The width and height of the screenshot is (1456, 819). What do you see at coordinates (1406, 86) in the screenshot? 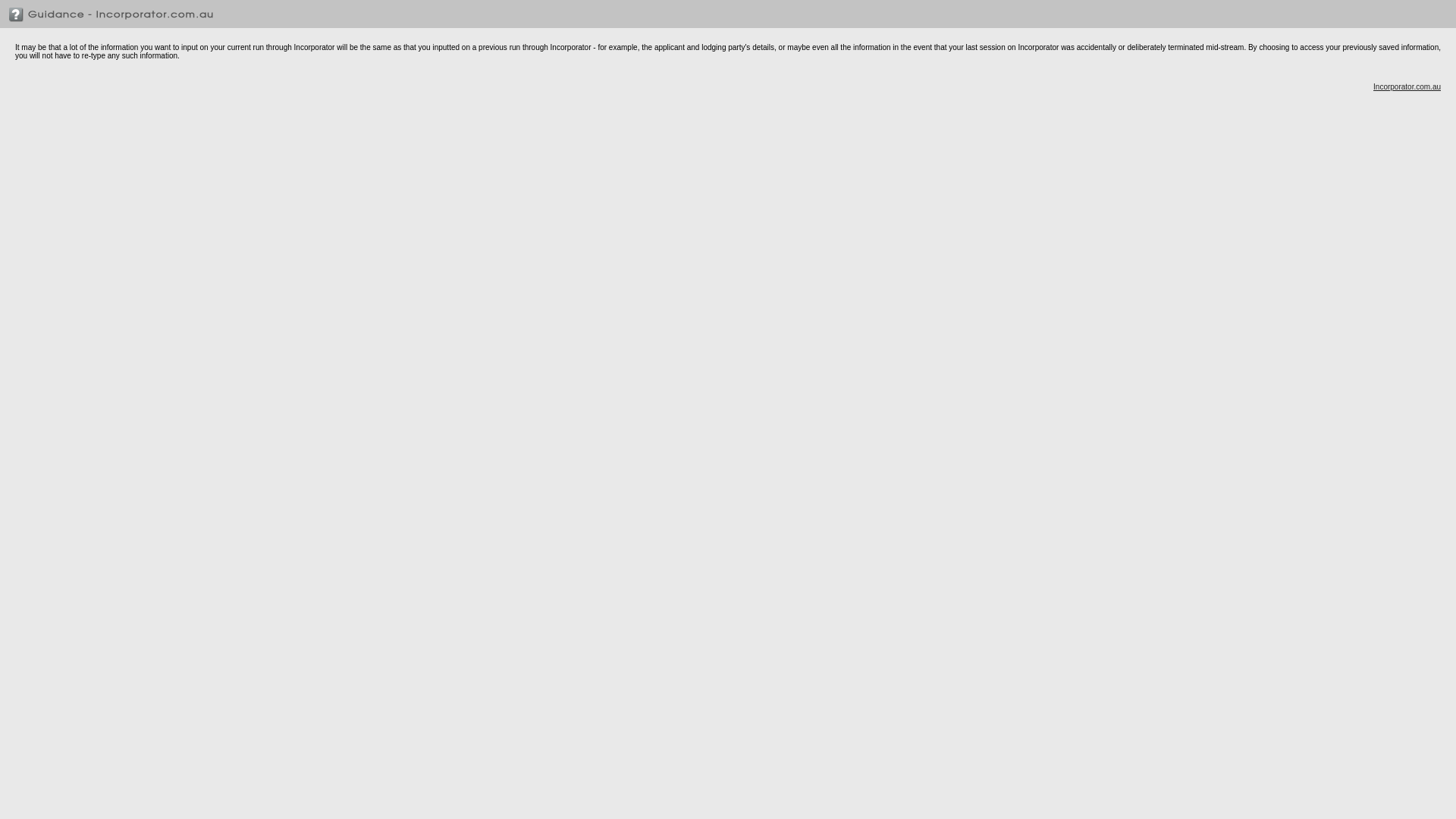
I see `'Incorporator.com.au'` at bounding box center [1406, 86].